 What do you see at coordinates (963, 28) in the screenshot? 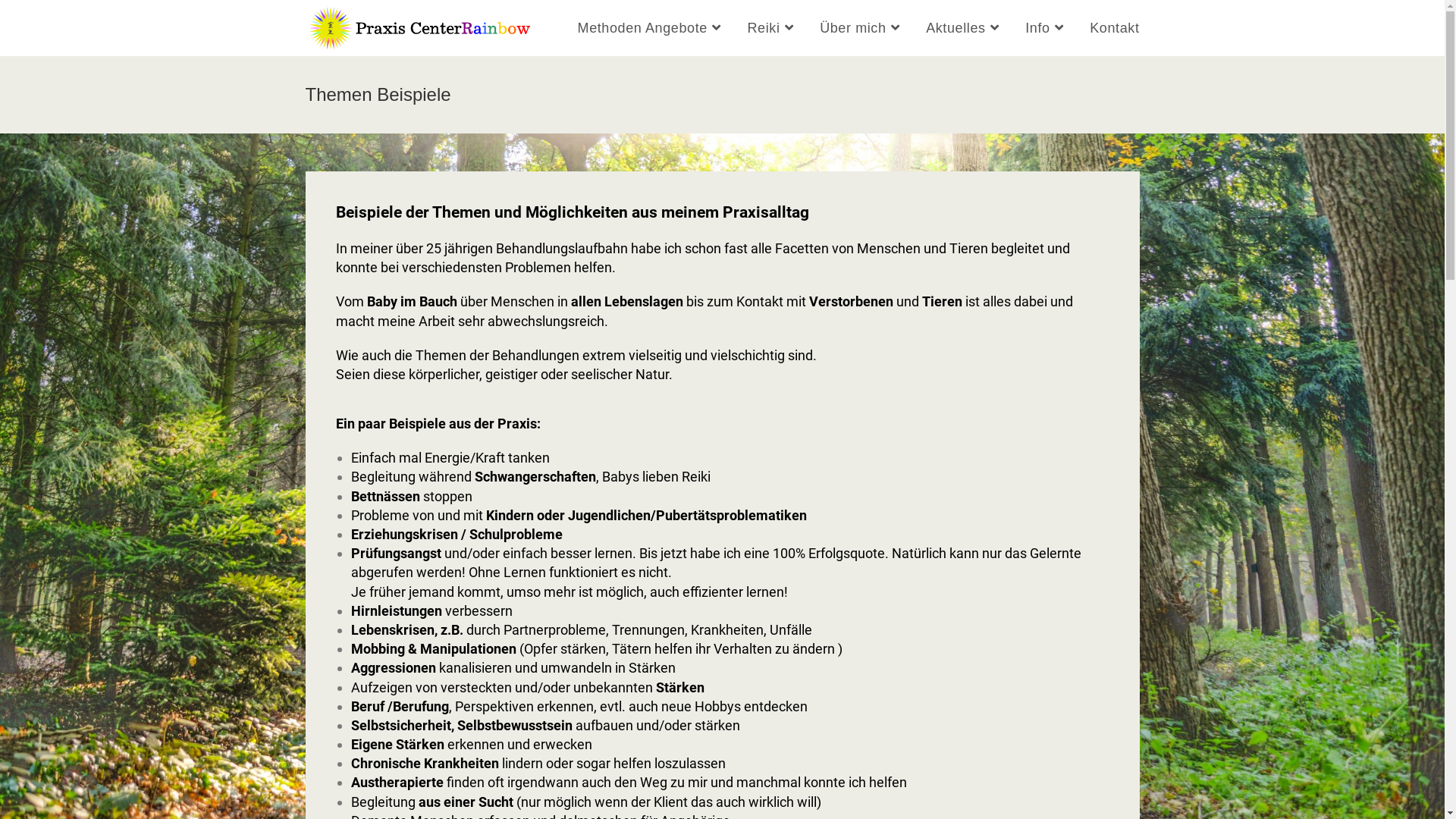
I see `'Aktuelles'` at bounding box center [963, 28].